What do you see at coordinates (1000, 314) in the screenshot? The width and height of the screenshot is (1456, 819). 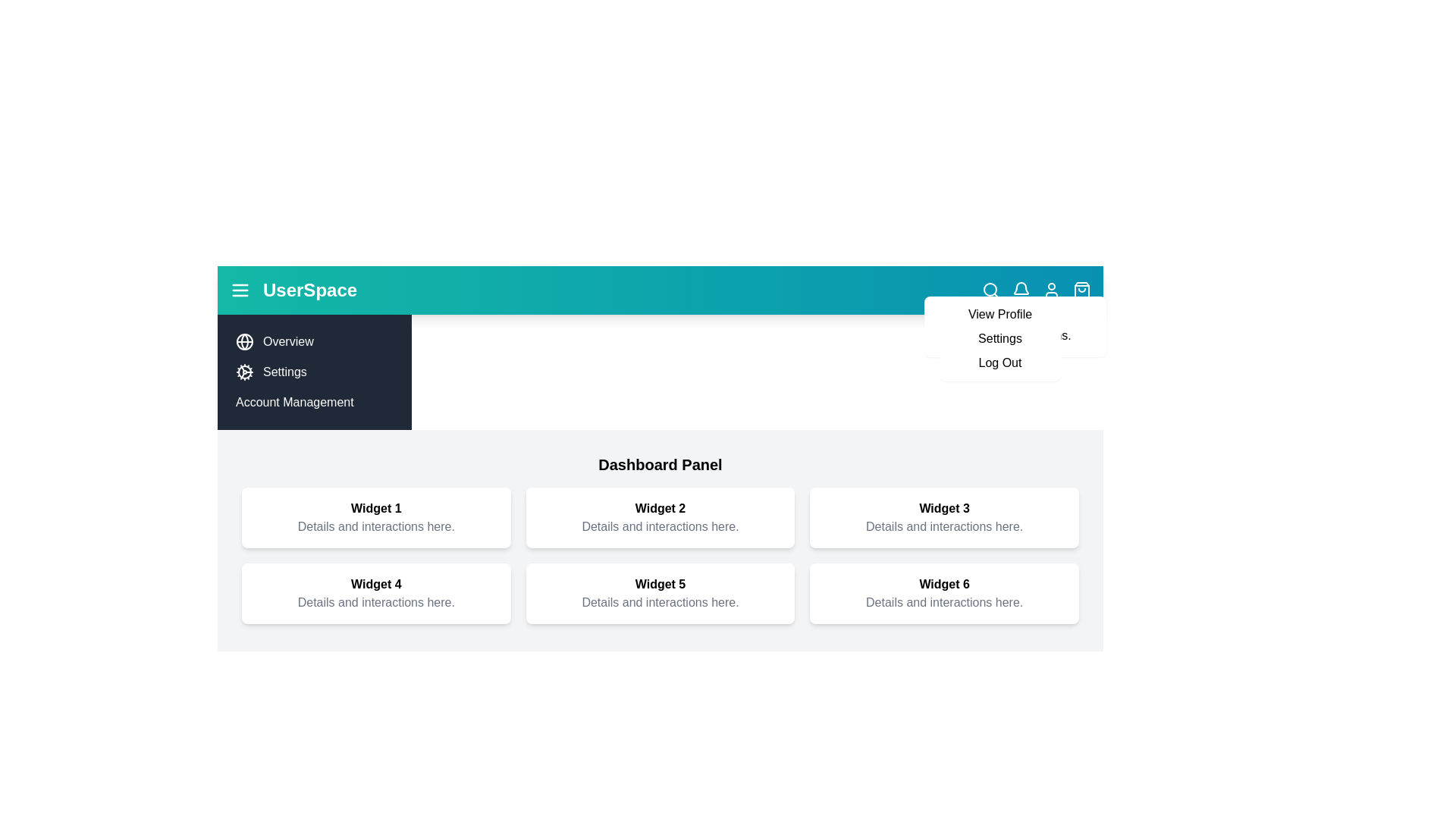 I see `the 'View Profile' text button in the dropdown menu` at bounding box center [1000, 314].